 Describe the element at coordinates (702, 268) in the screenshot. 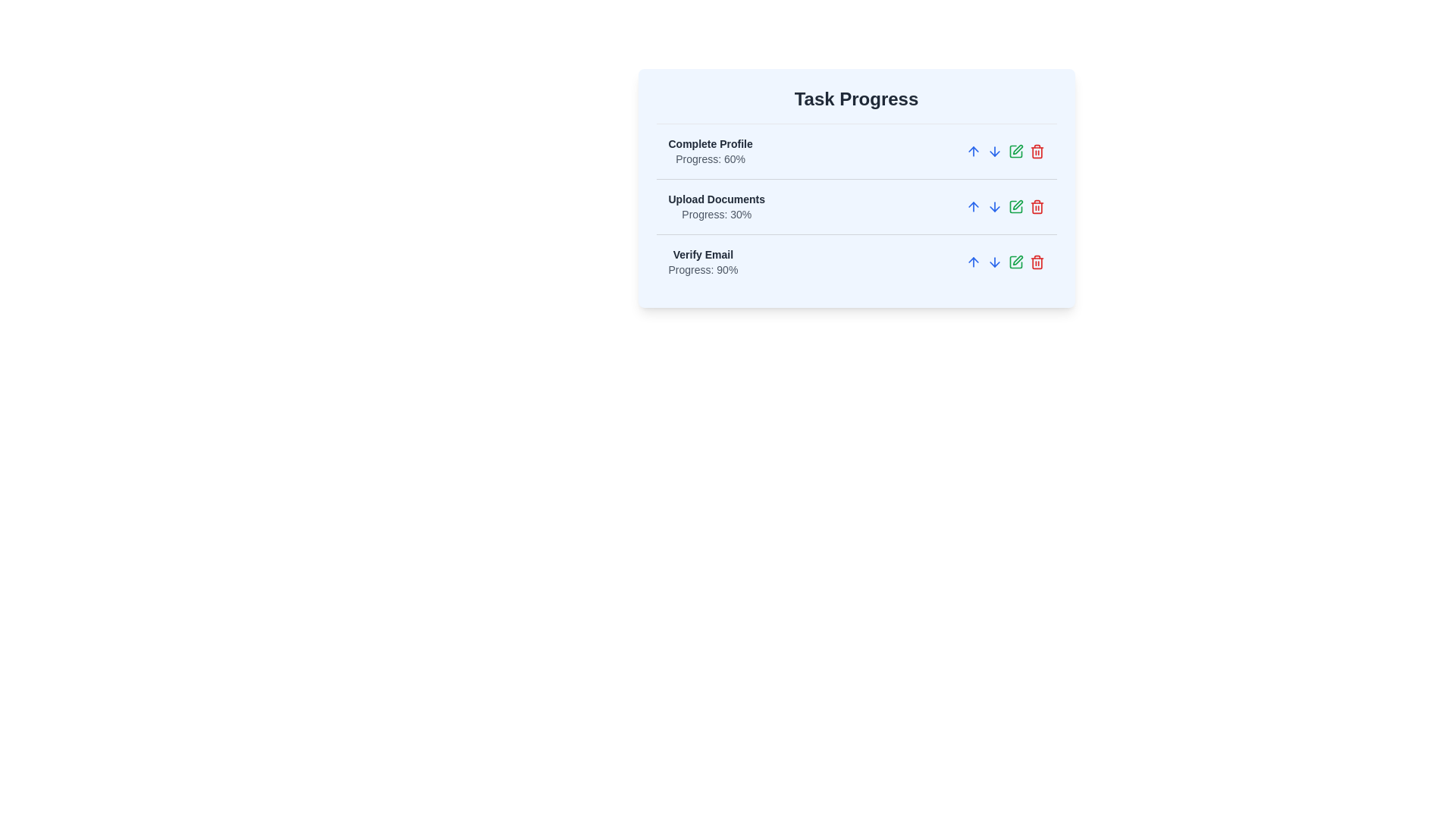

I see `the text label indicating the progress percentage of the 'Verify Email' task located in the 'Task Progress' module` at that location.